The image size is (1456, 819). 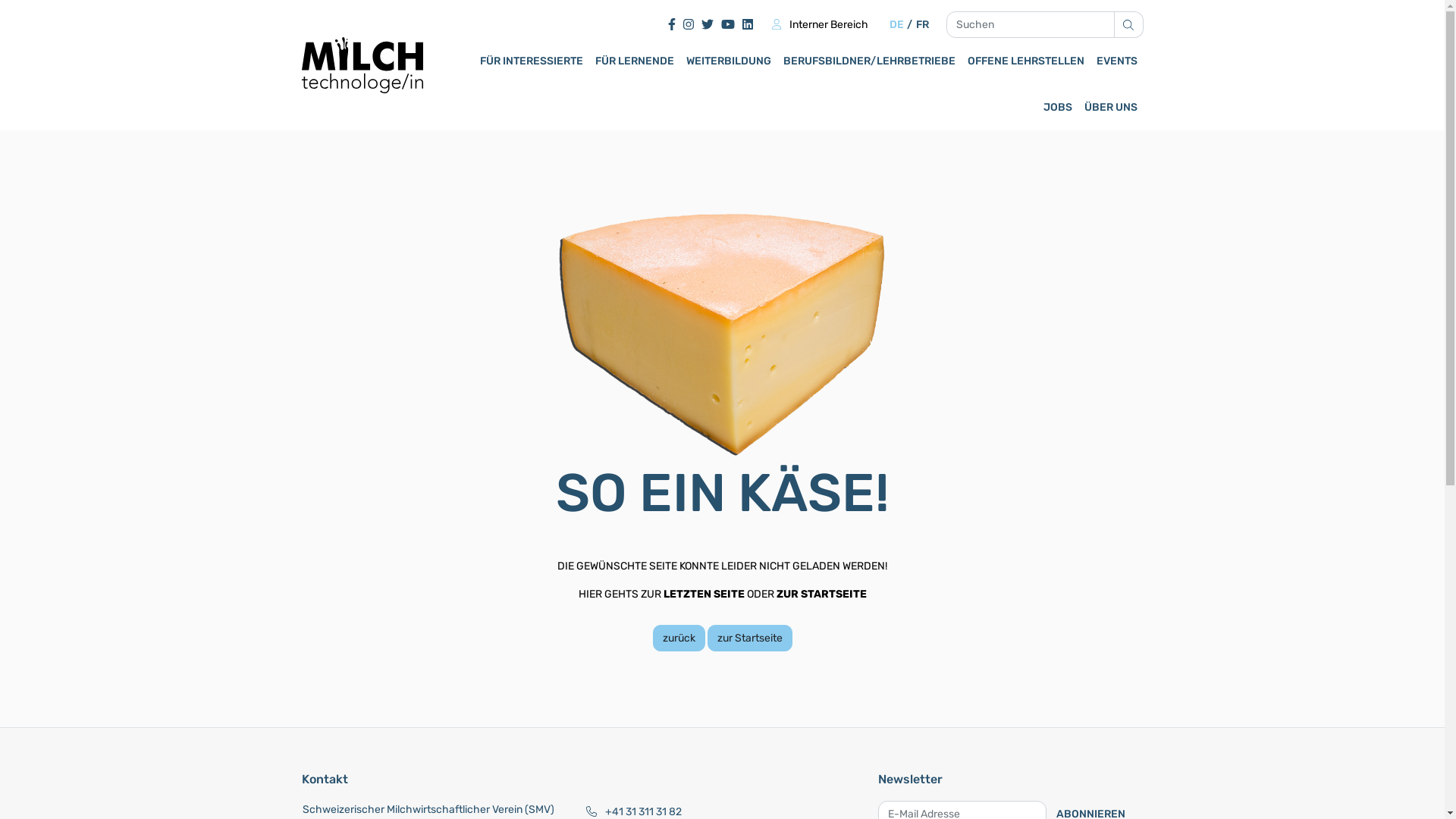 I want to click on 'JOBS', so click(x=1057, y=106).